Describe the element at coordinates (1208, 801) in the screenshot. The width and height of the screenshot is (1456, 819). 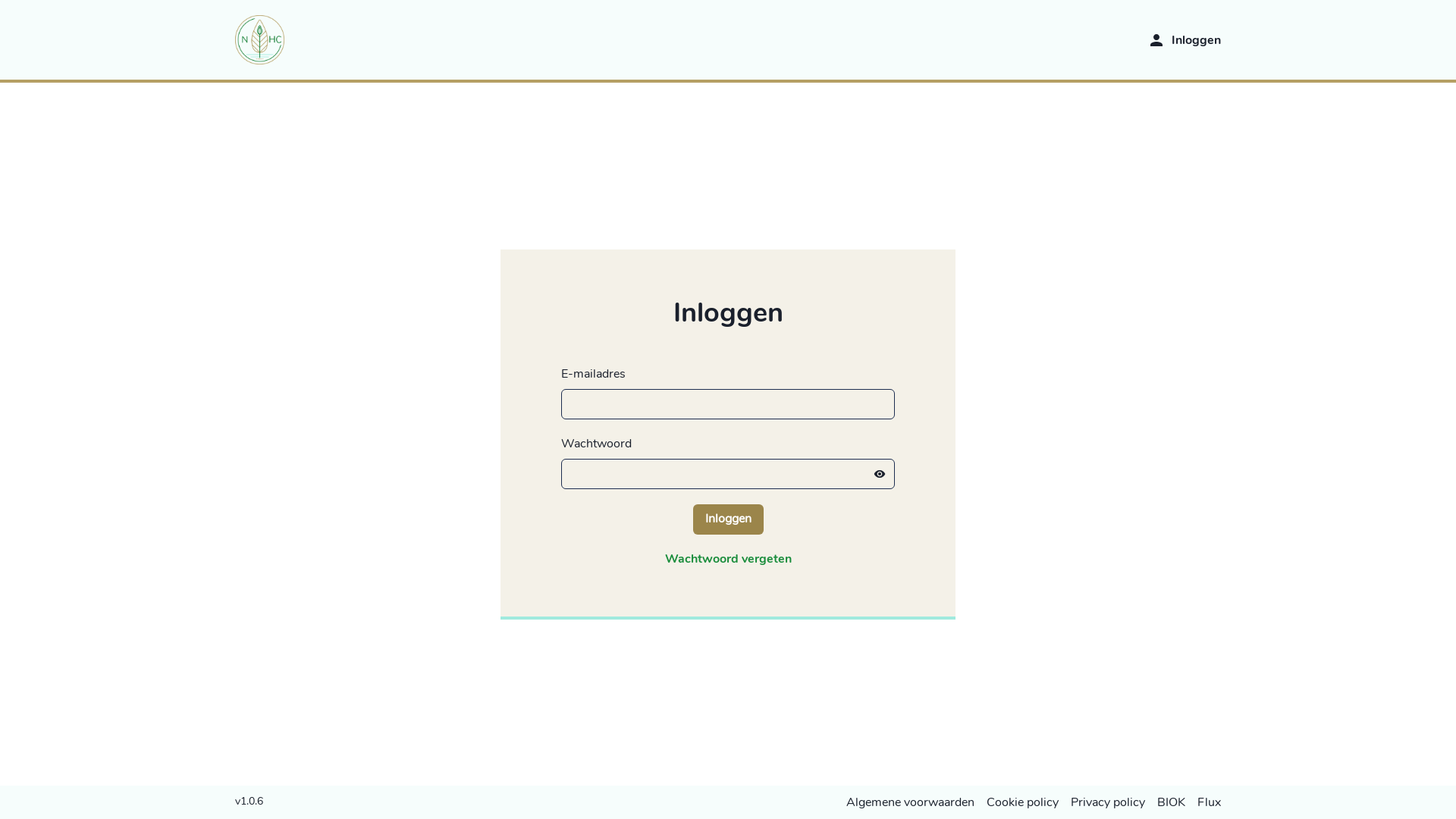
I see `'Flux'` at that location.